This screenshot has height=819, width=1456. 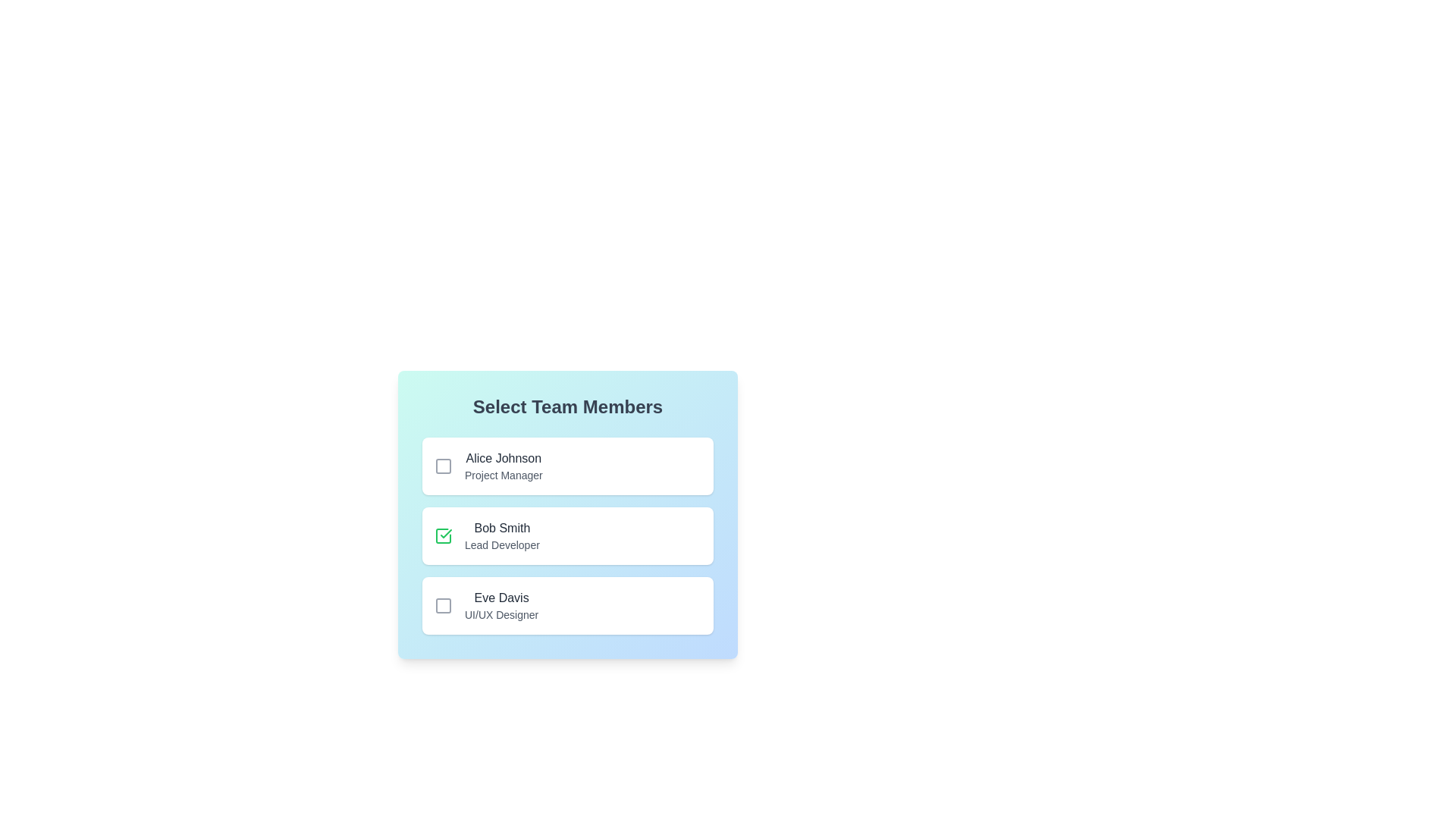 What do you see at coordinates (504, 458) in the screenshot?
I see `the Text Label displaying 'Alice Johnson' which is located in the topmost card of the team member list, to the right of the checkbox and above the secondary text 'Project Manager'` at bounding box center [504, 458].